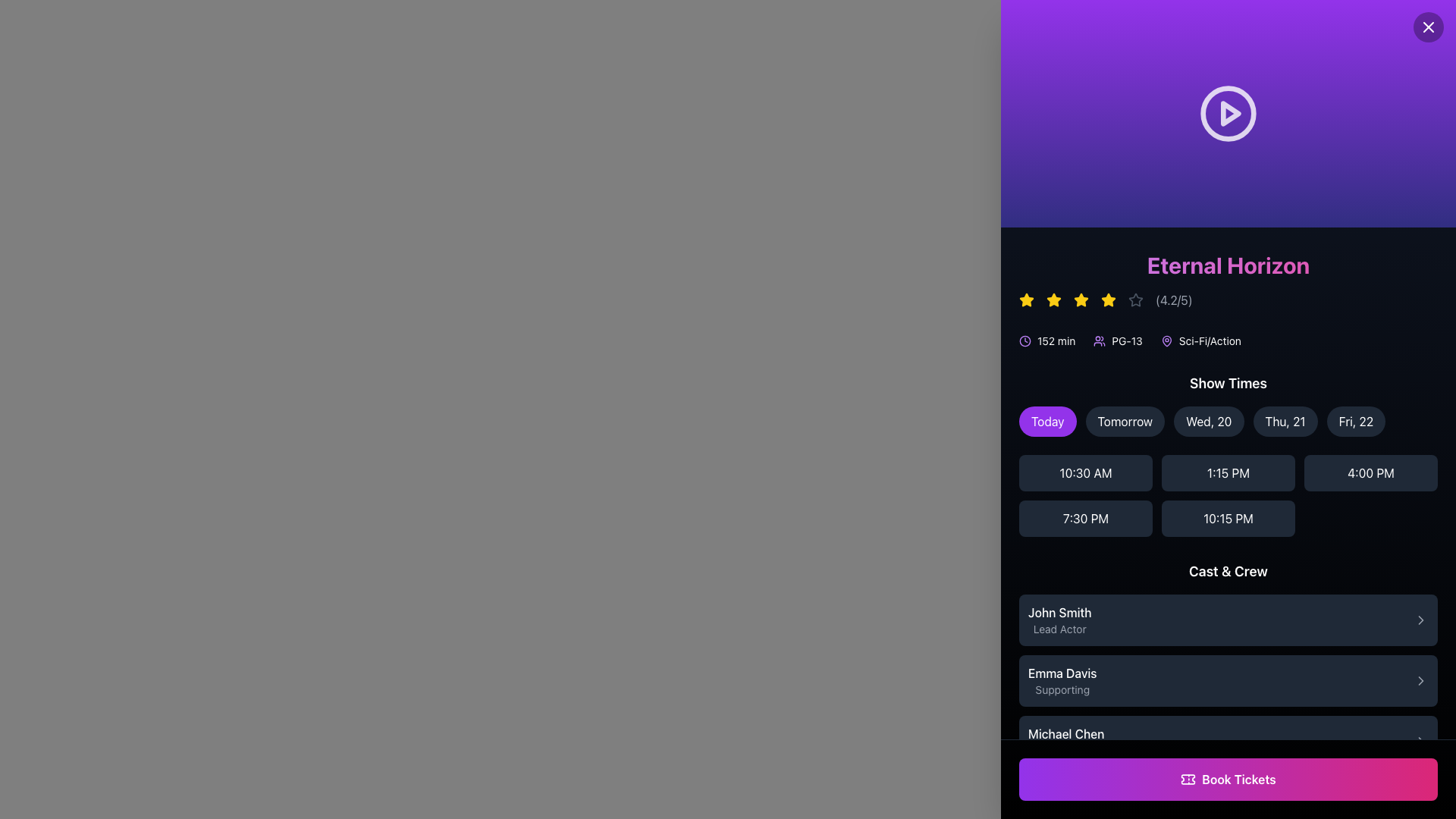  Describe the element at coordinates (1228, 281) in the screenshot. I see `the text display for the movie 'Eternal Horizon' with its average user rating, located near the top of the right panel beneath the play button icon` at that location.